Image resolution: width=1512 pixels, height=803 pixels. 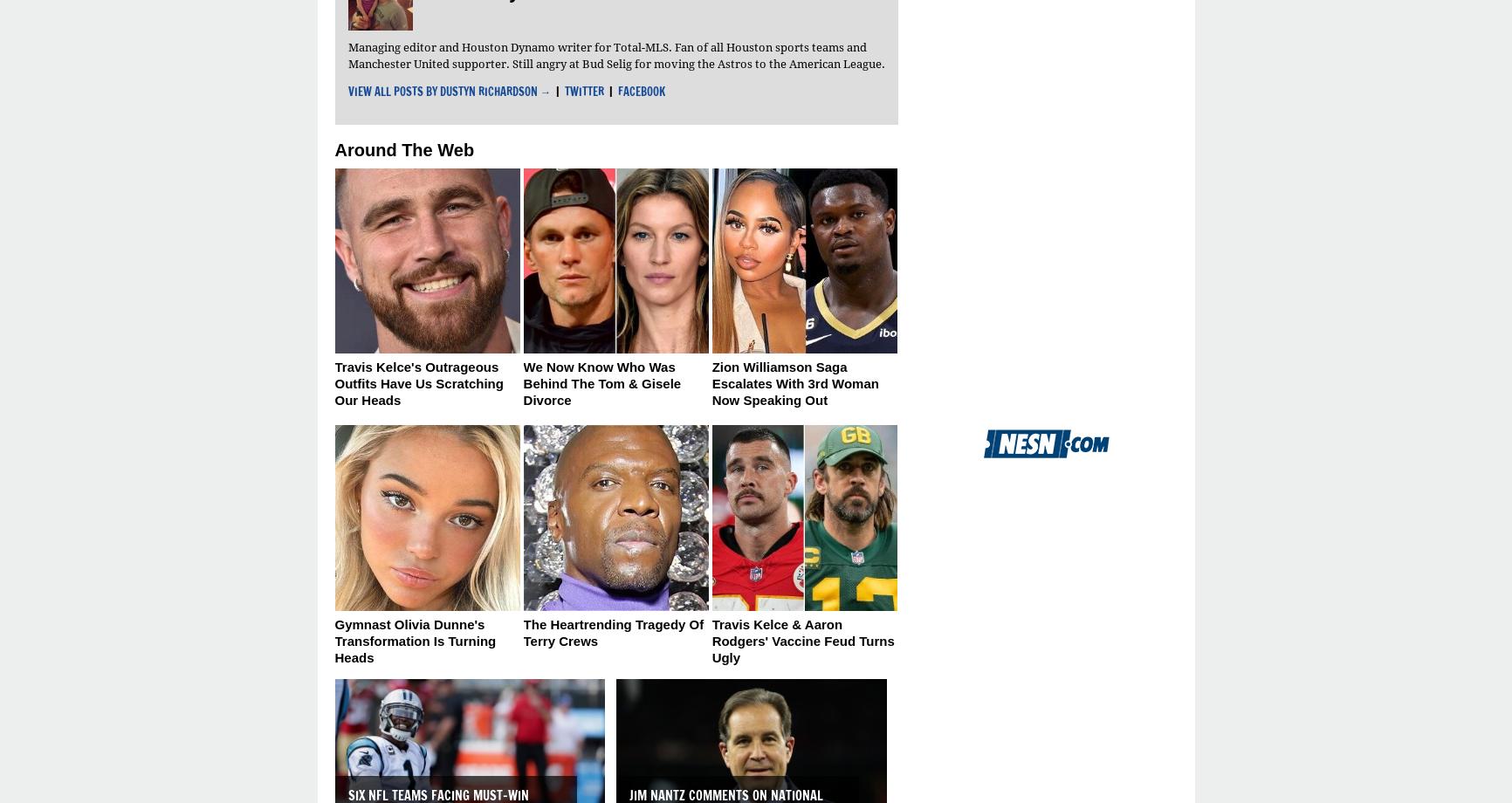 I want to click on 'Around The Web', so click(x=403, y=148).